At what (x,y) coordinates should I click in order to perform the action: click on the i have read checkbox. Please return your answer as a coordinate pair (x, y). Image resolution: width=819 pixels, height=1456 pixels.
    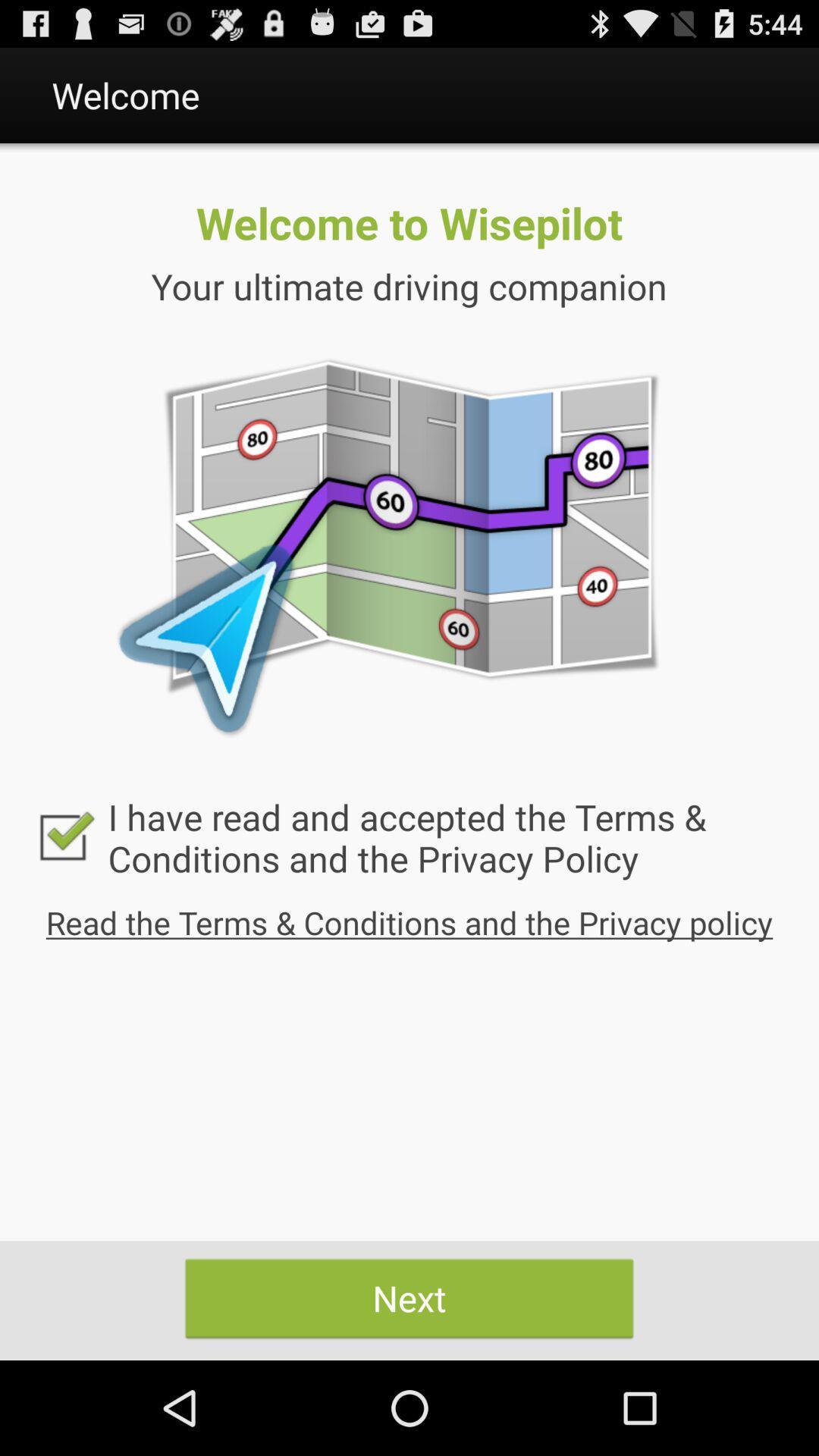
    Looking at the image, I should click on (409, 836).